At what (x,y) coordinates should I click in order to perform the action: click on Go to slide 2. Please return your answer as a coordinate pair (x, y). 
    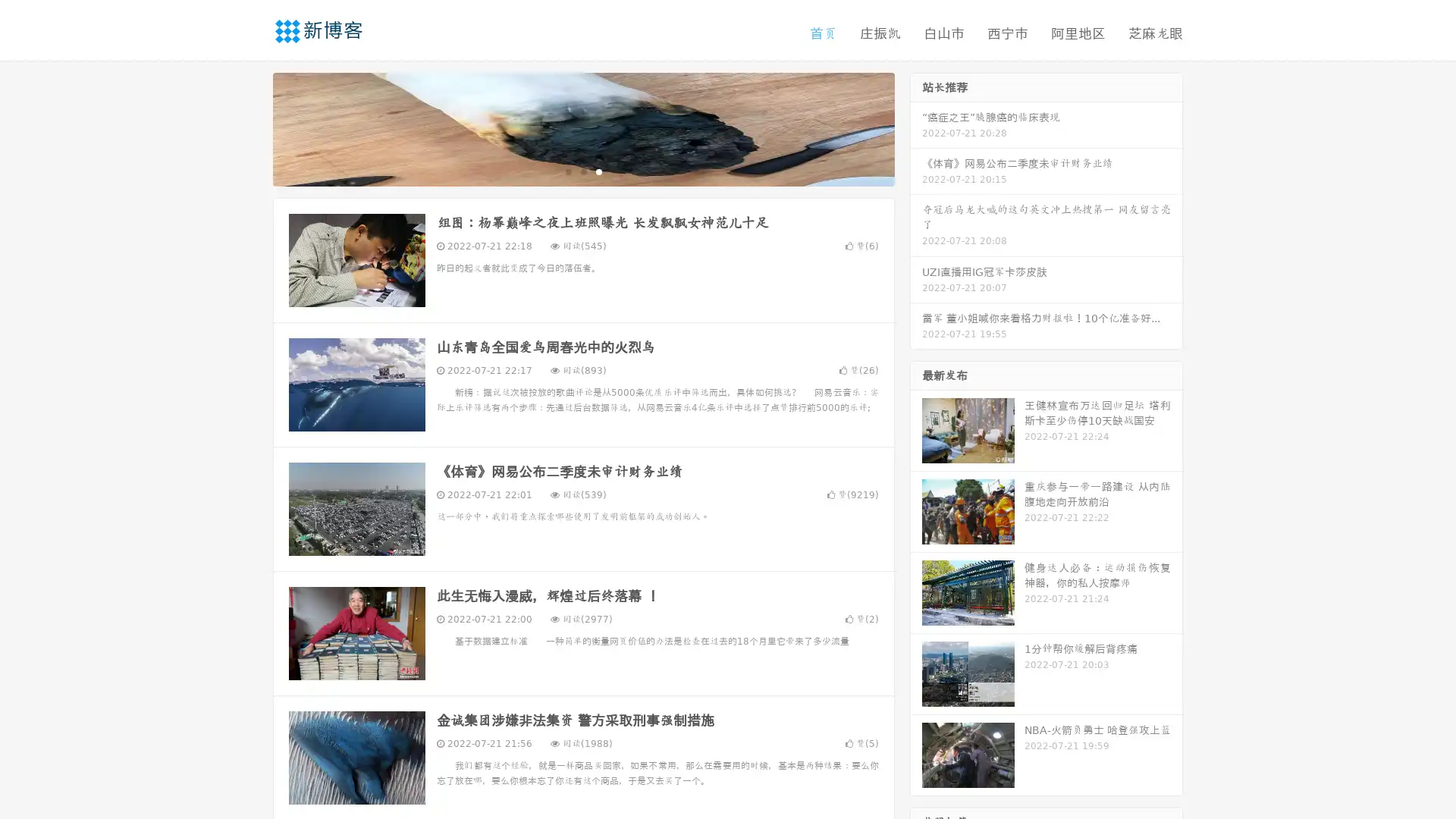
    Looking at the image, I should click on (582, 171).